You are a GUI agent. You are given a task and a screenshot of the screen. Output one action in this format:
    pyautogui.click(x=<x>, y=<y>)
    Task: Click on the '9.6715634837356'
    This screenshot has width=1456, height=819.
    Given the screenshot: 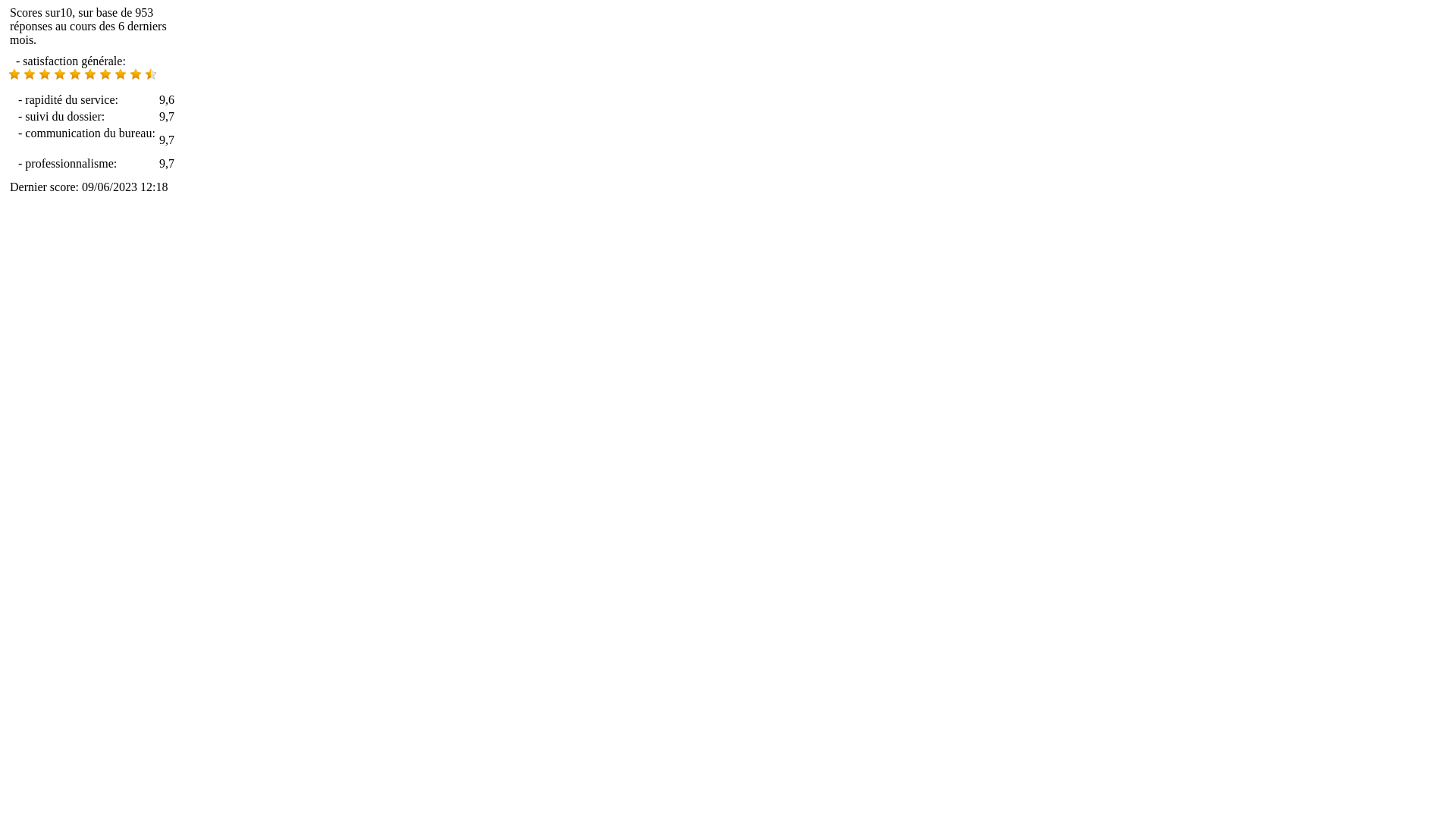 What is the action you would take?
    pyautogui.click(x=98, y=74)
    